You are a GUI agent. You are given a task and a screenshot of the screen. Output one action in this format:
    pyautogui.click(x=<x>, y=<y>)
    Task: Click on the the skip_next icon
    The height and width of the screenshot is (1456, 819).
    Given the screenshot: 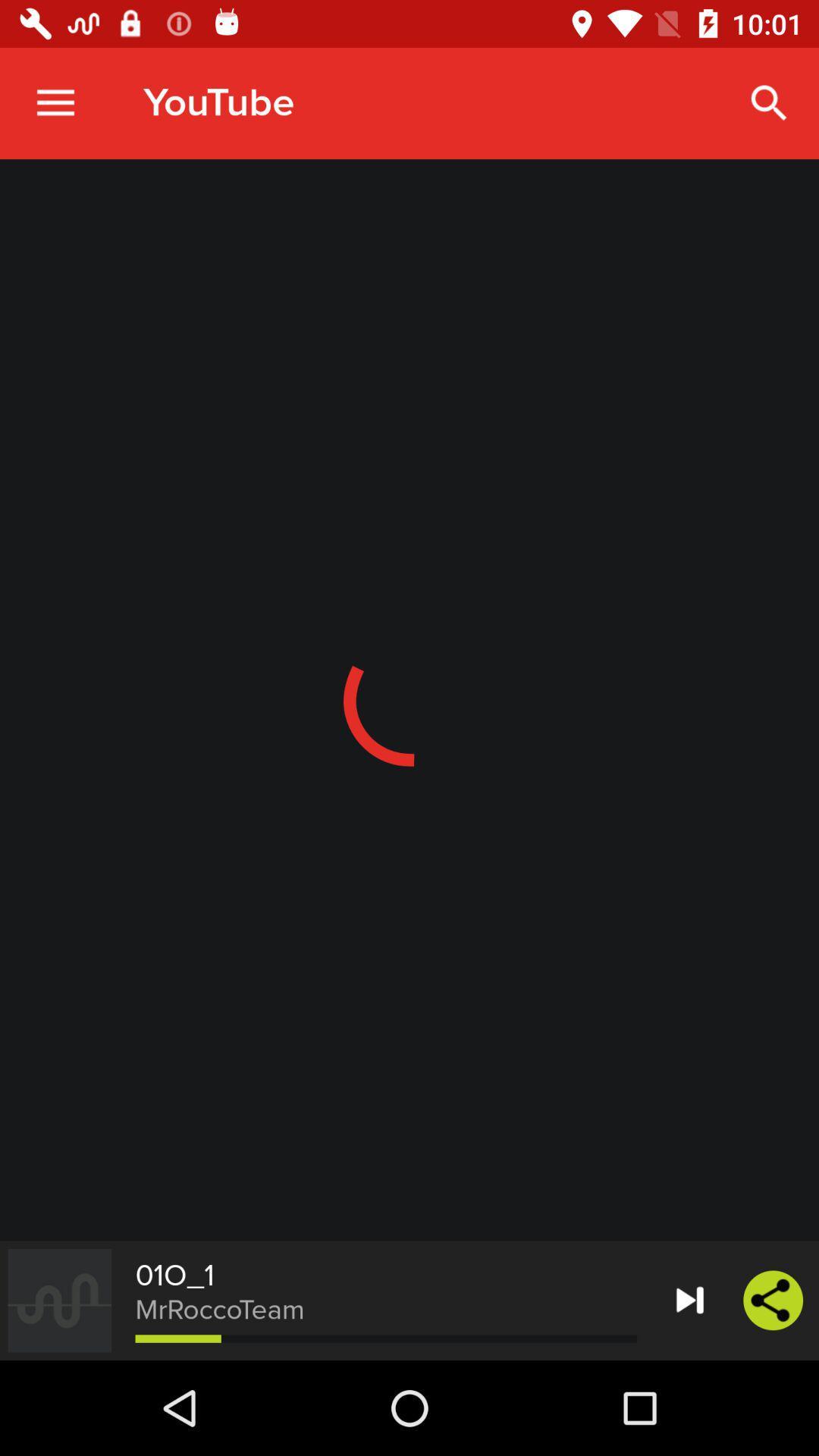 What is the action you would take?
    pyautogui.click(x=690, y=1299)
    